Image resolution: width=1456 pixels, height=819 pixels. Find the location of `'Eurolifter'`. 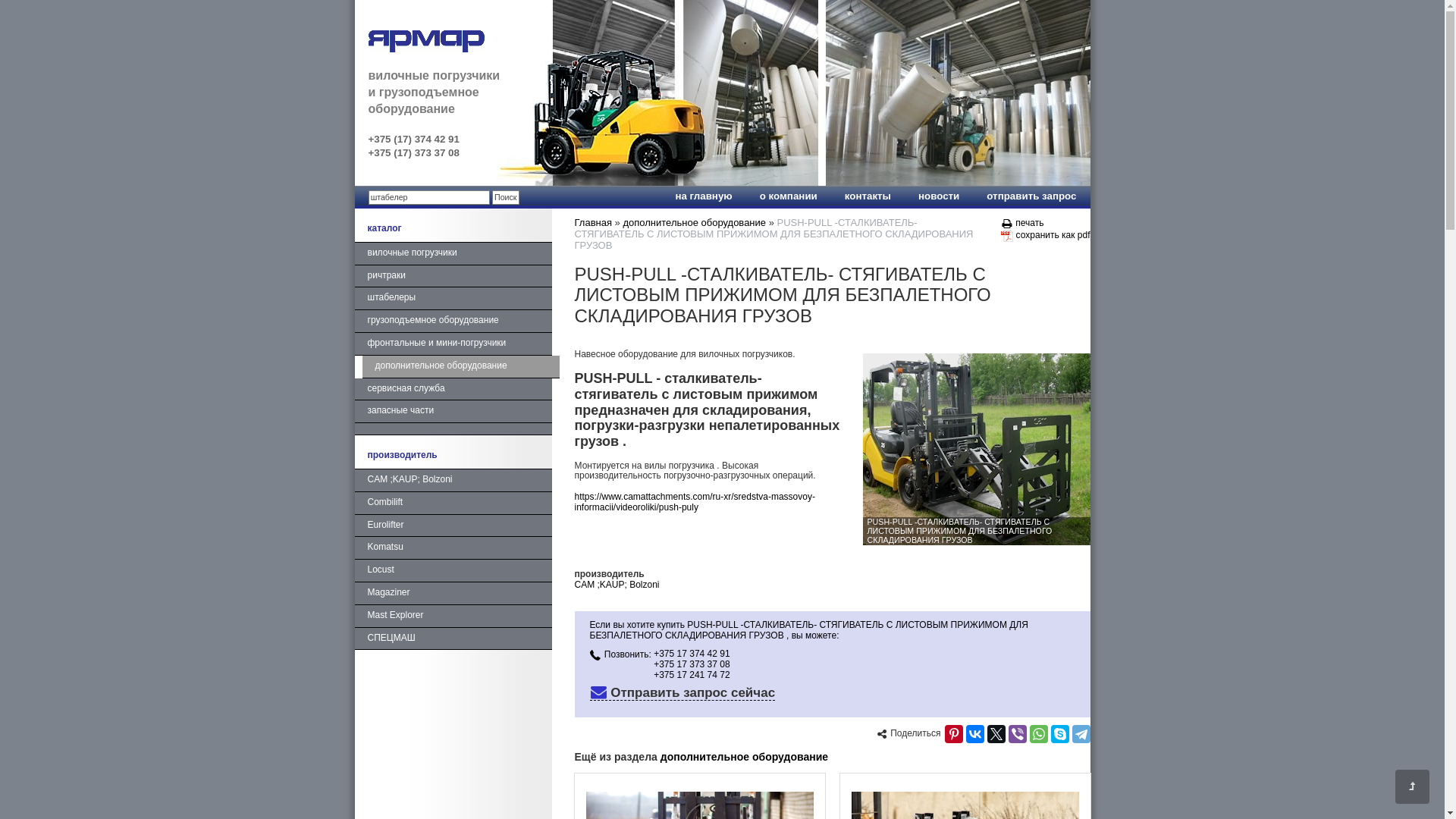

'Eurolifter' is located at coordinates (453, 526).